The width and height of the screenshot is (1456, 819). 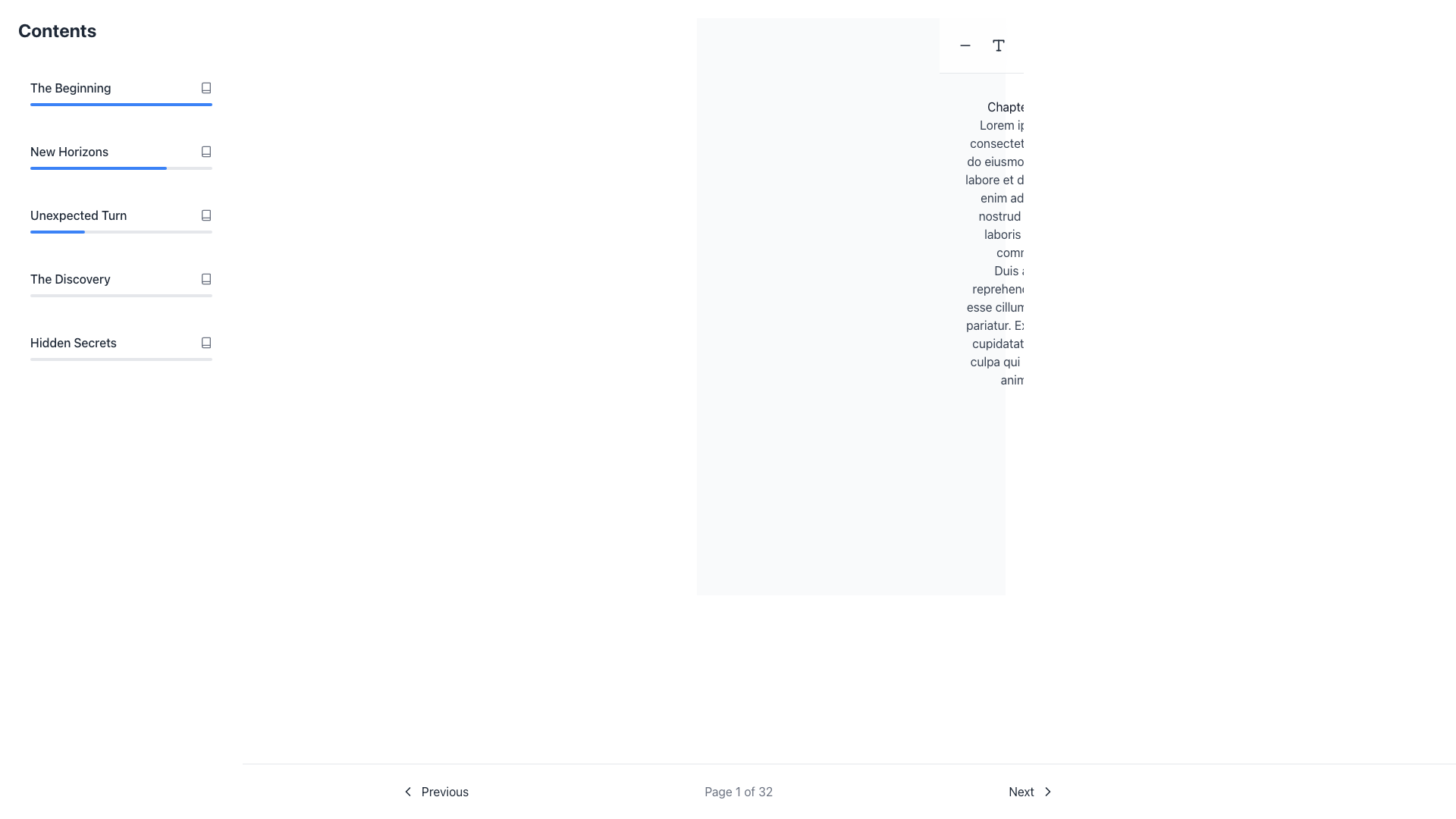 I want to click on the list item titled 'Unexpected Turn' with a book icon, so click(x=120, y=219).